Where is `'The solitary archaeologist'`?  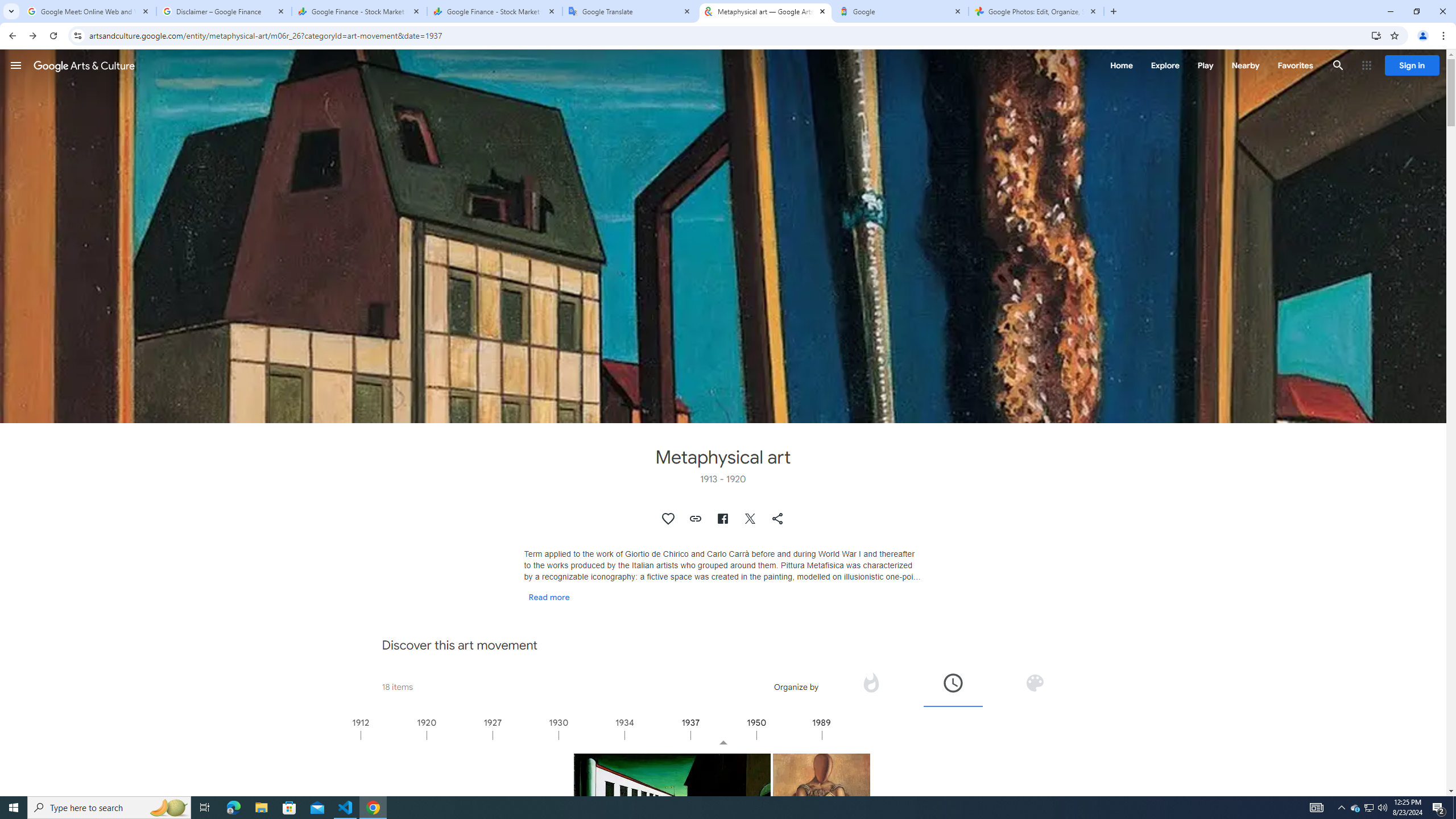
'The solitary archaeologist' is located at coordinates (821, 801).